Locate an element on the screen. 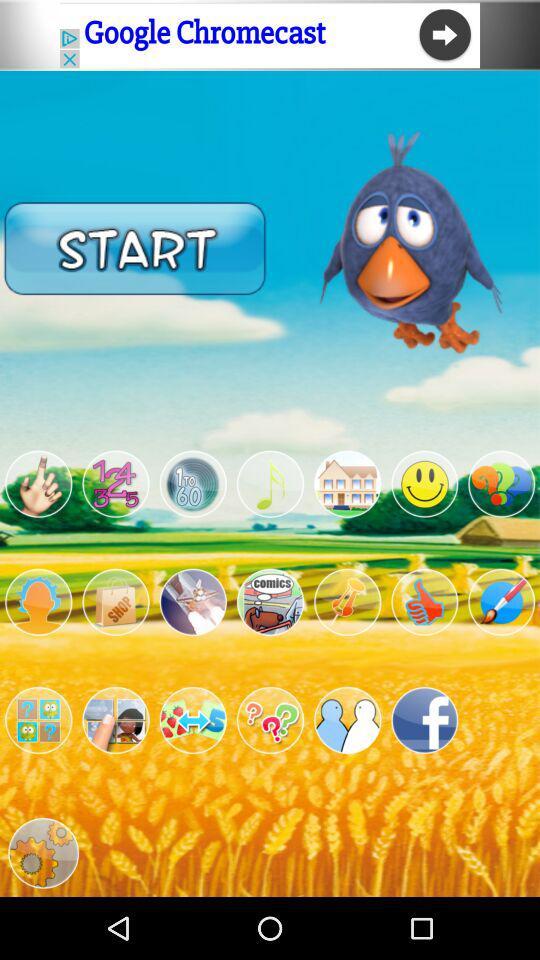  check contacts is located at coordinates (346, 720).